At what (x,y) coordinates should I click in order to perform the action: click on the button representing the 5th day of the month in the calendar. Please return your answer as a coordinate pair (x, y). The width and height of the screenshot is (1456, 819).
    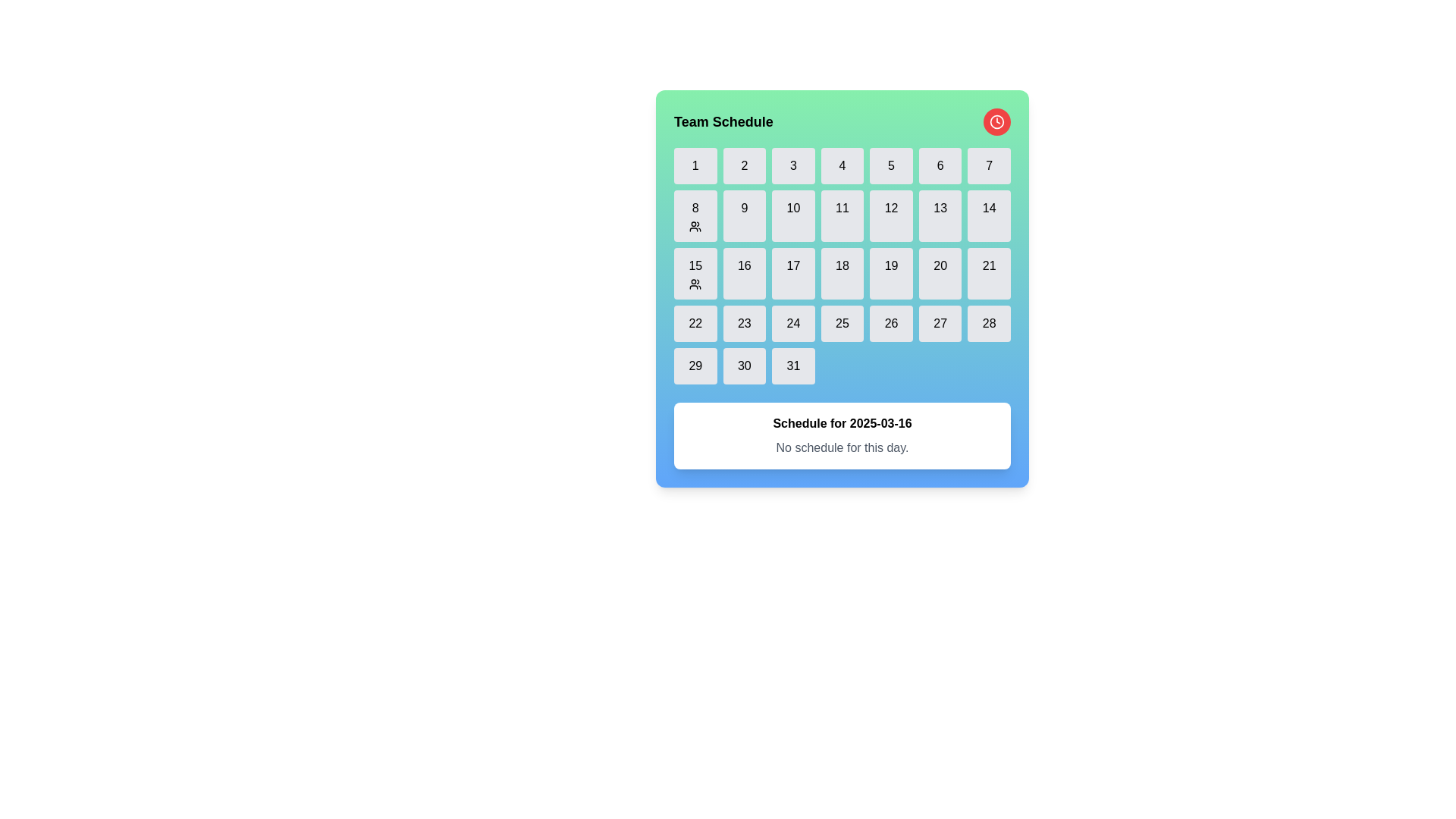
    Looking at the image, I should click on (891, 166).